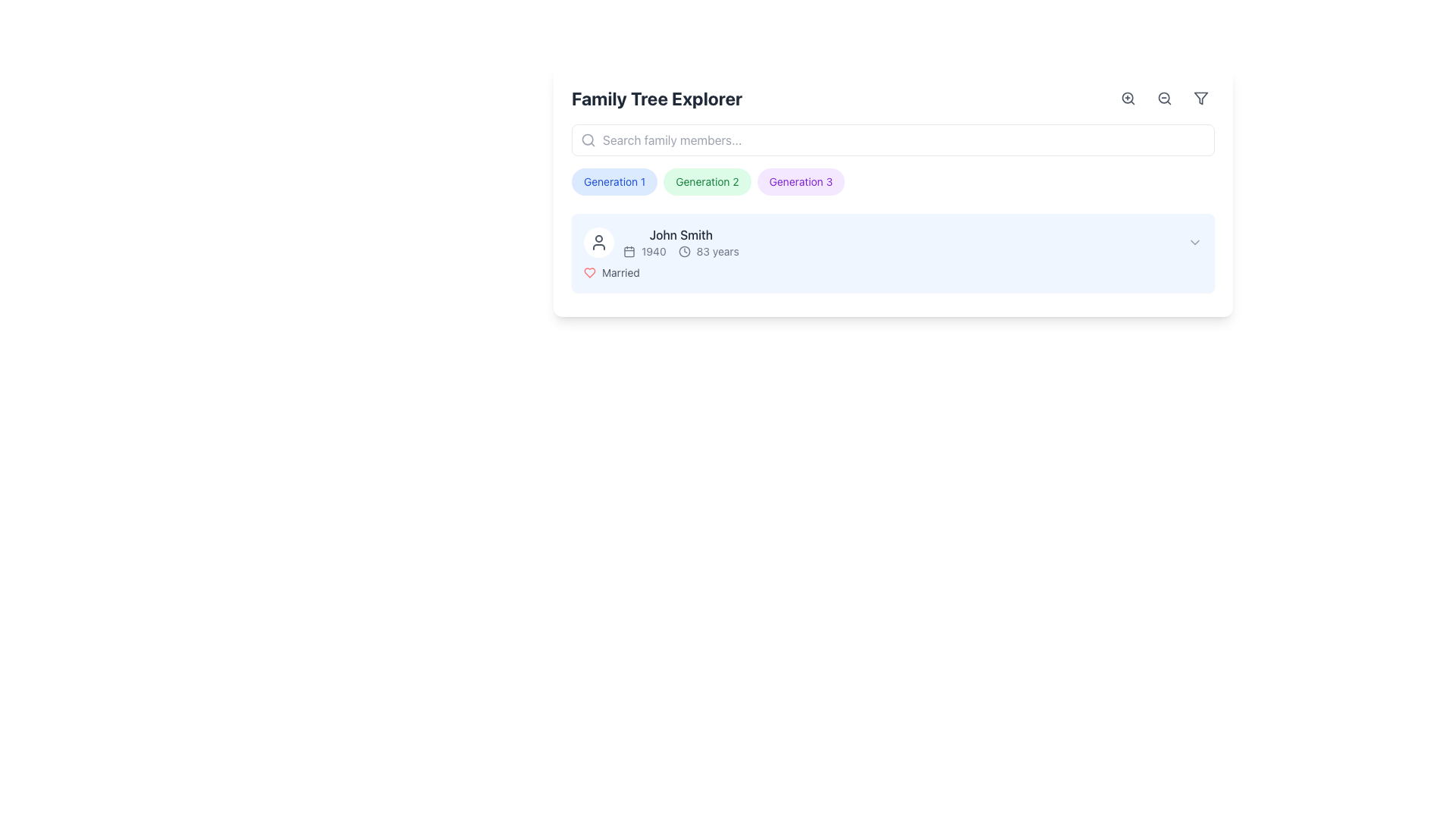 The height and width of the screenshot is (819, 1456). Describe the element at coordinates (588, 140) in the screenshot. I see `the search icon located in the upper left section of the interface, which serves as a visual indicator for the search functionality adjacent to the input field for 'Search family members...'` at that location.